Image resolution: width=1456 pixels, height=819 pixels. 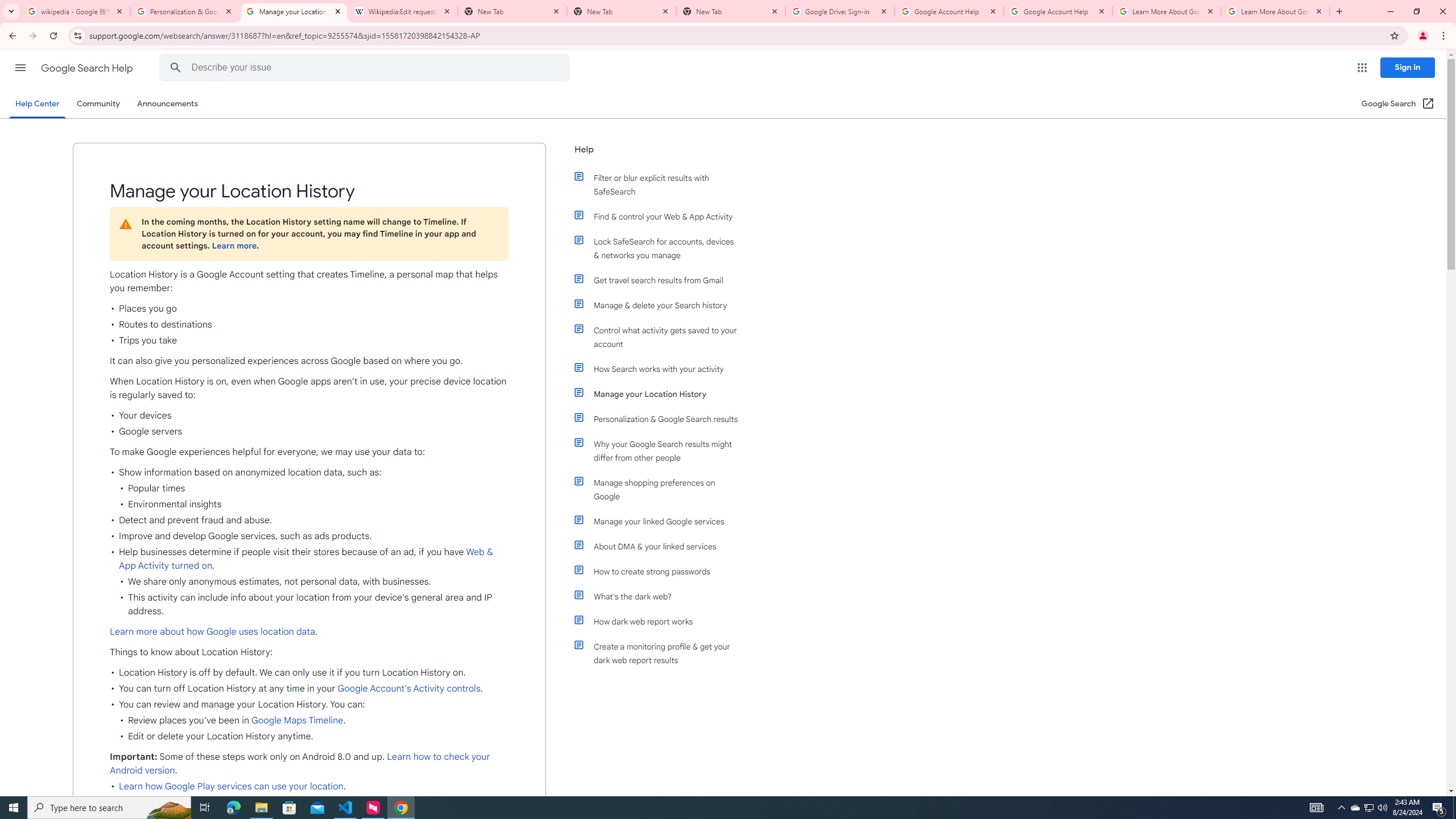 I want to click on 'Learn how Google Play services can use your location', so click(x=231, y=786).